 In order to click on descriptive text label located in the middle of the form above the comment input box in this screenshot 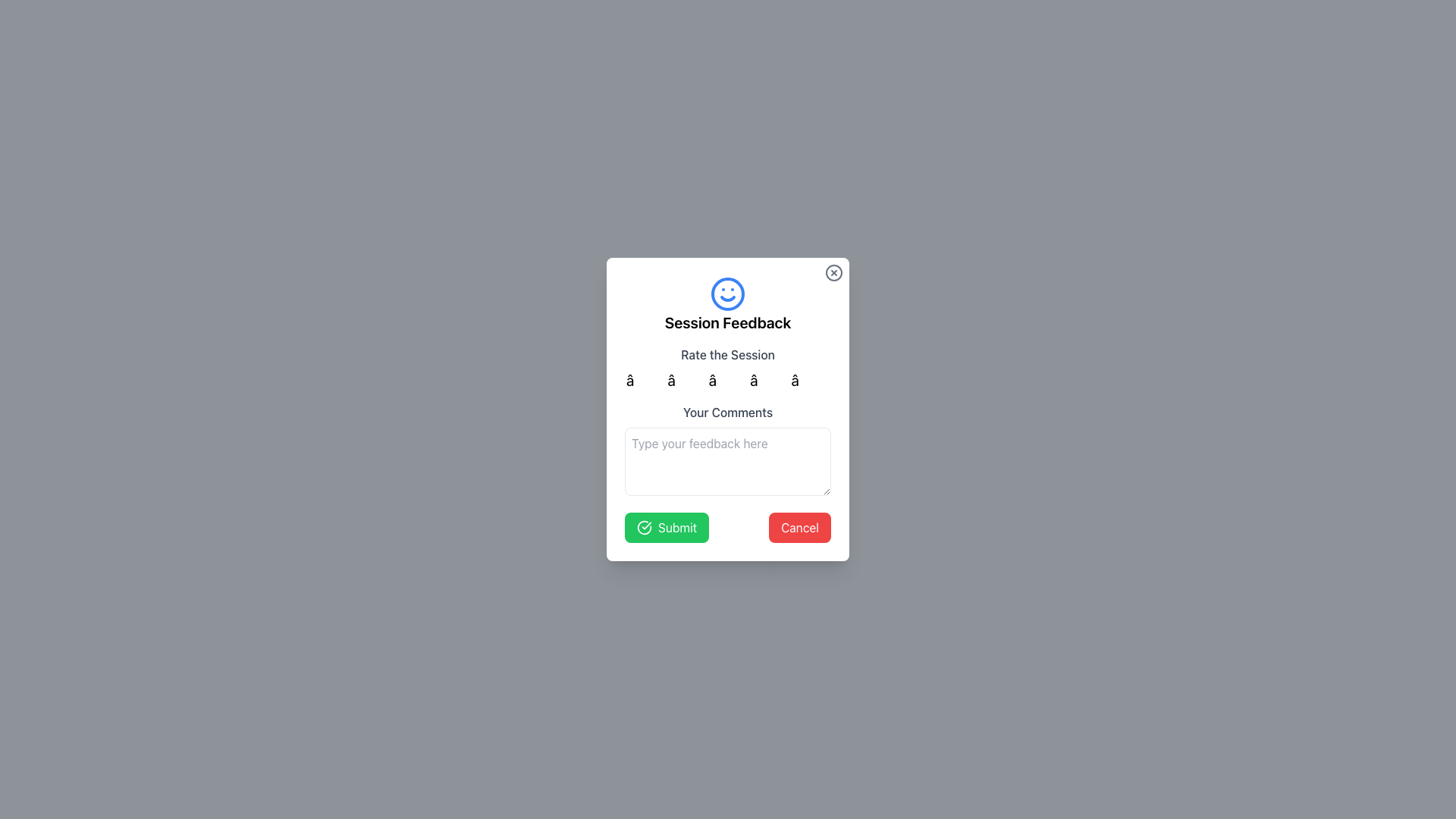, I will do `click(728, 412)`.